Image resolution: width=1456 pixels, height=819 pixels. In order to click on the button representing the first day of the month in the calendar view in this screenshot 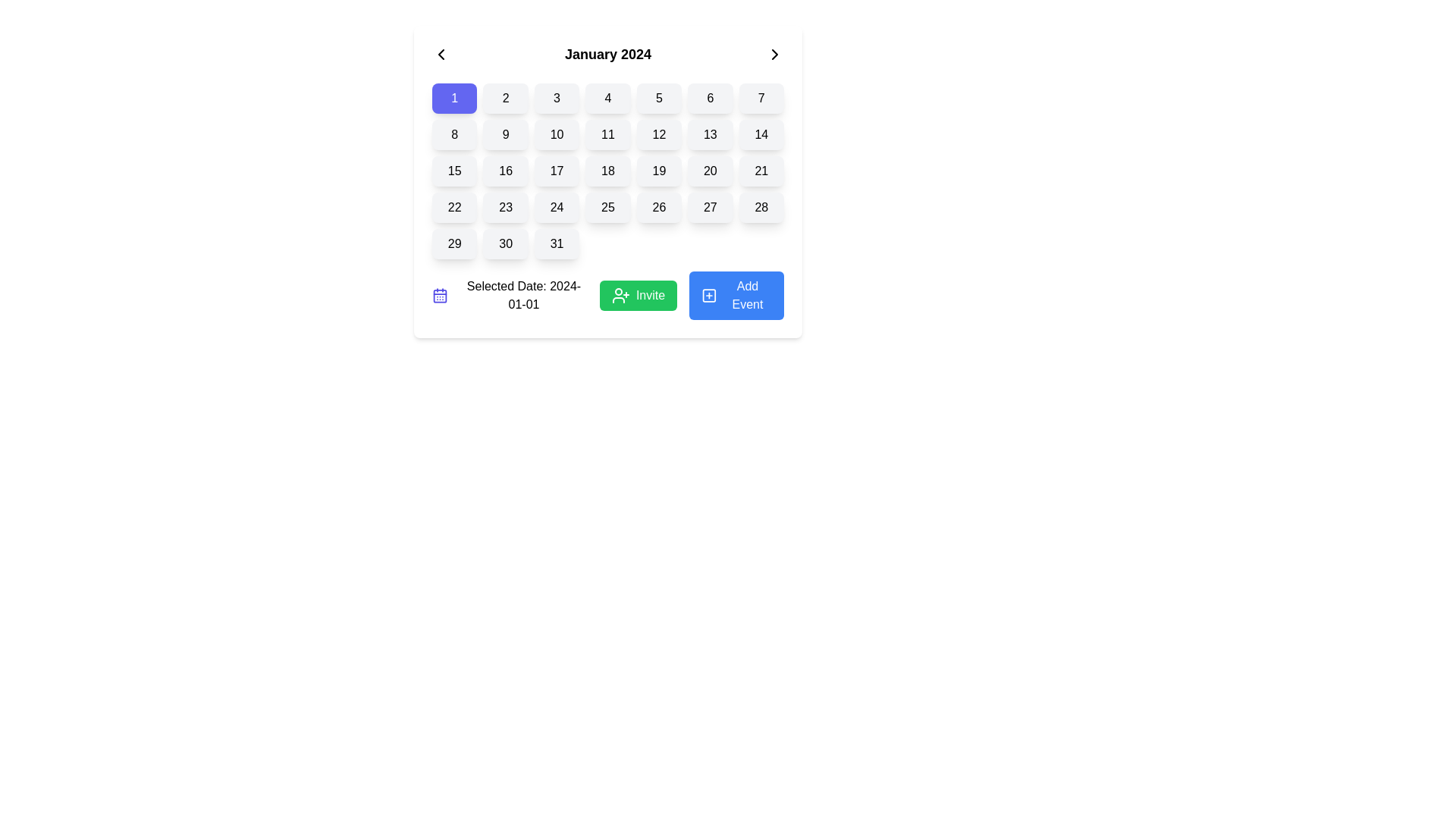, I will do `click(453, 99)`.